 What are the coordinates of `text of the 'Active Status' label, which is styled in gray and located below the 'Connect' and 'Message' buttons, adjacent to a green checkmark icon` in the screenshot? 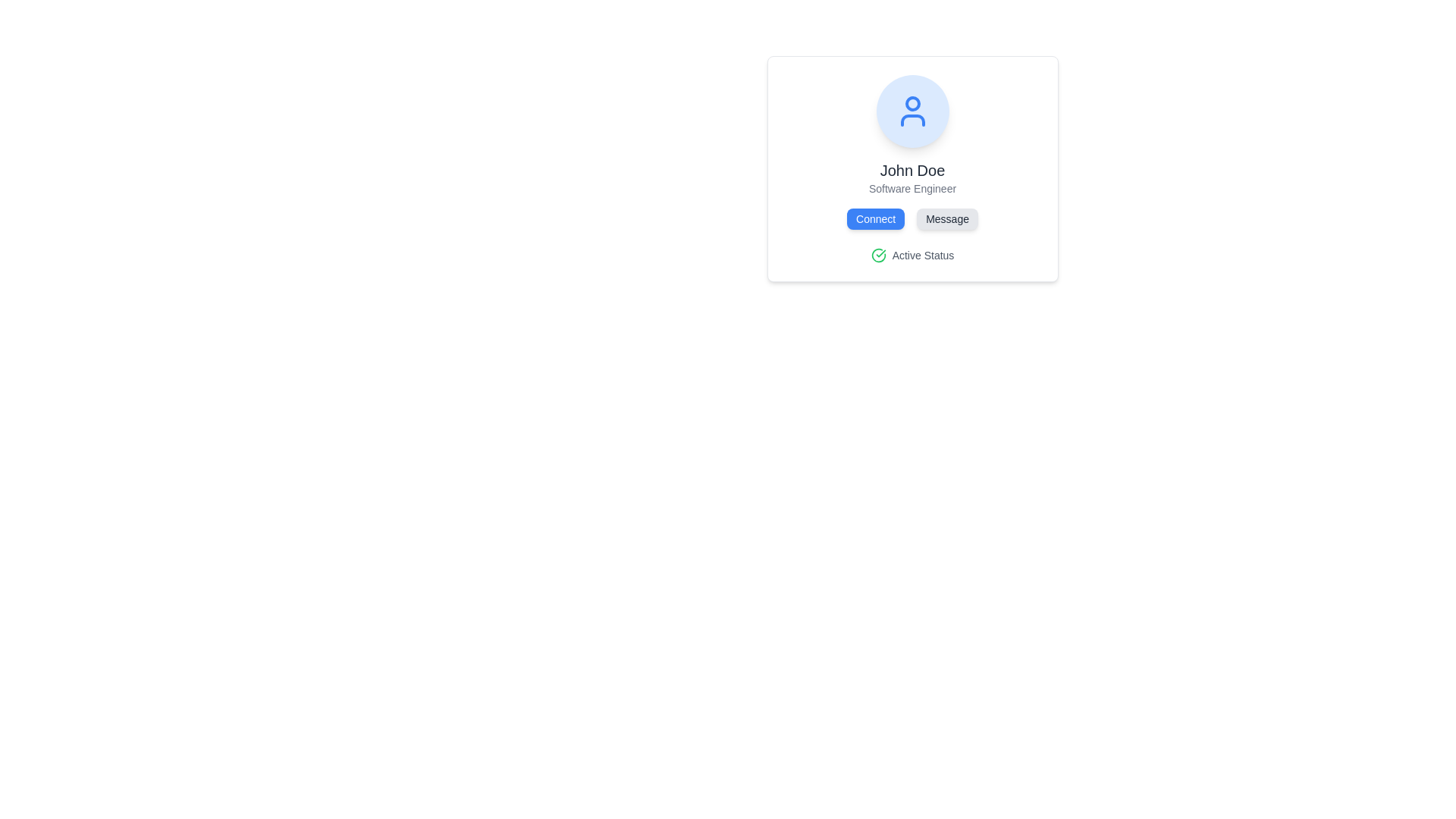 It's located at (922, 254).